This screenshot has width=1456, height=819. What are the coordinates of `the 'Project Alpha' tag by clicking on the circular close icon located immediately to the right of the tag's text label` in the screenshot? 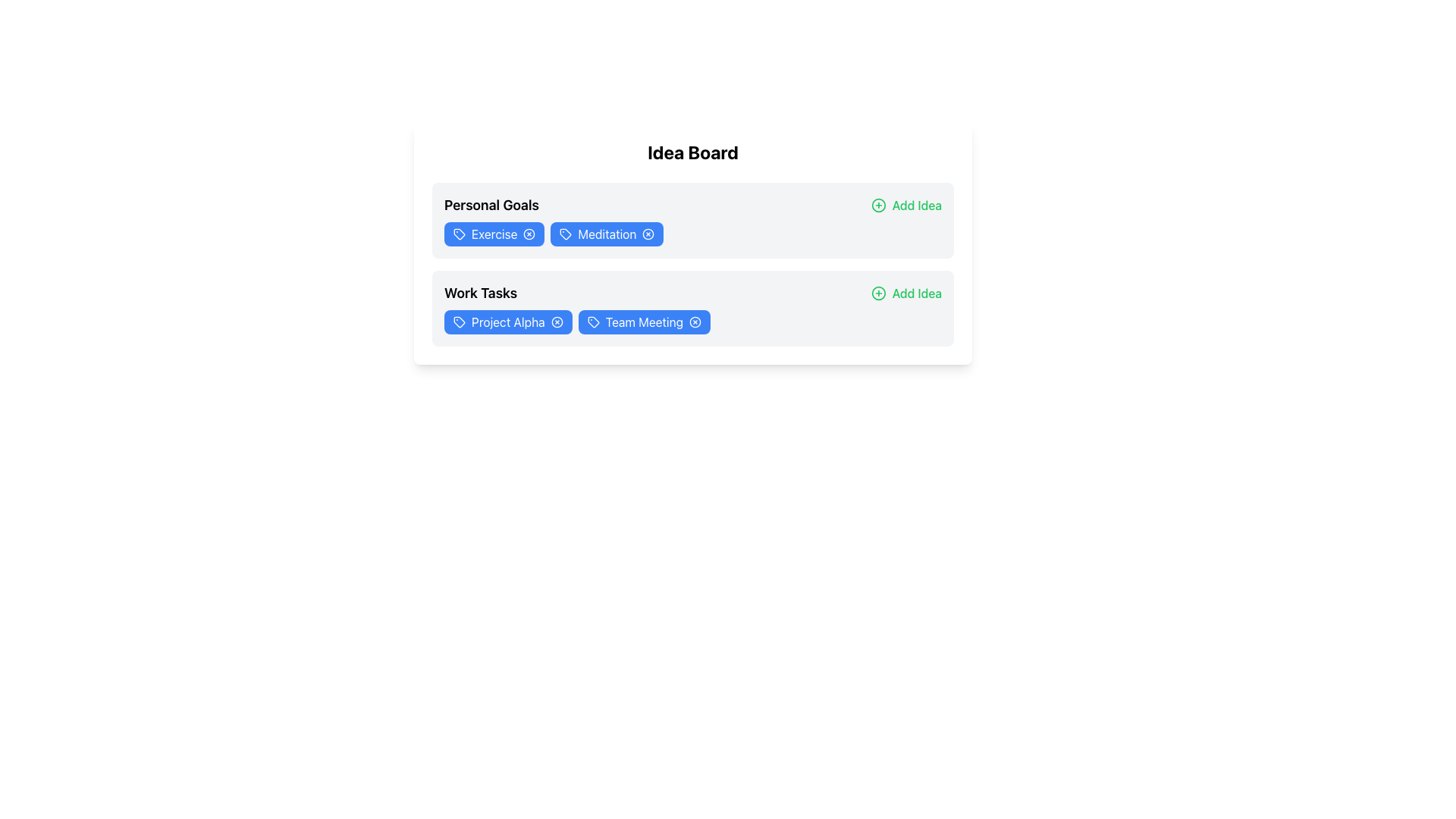 It's located at (556, 321).